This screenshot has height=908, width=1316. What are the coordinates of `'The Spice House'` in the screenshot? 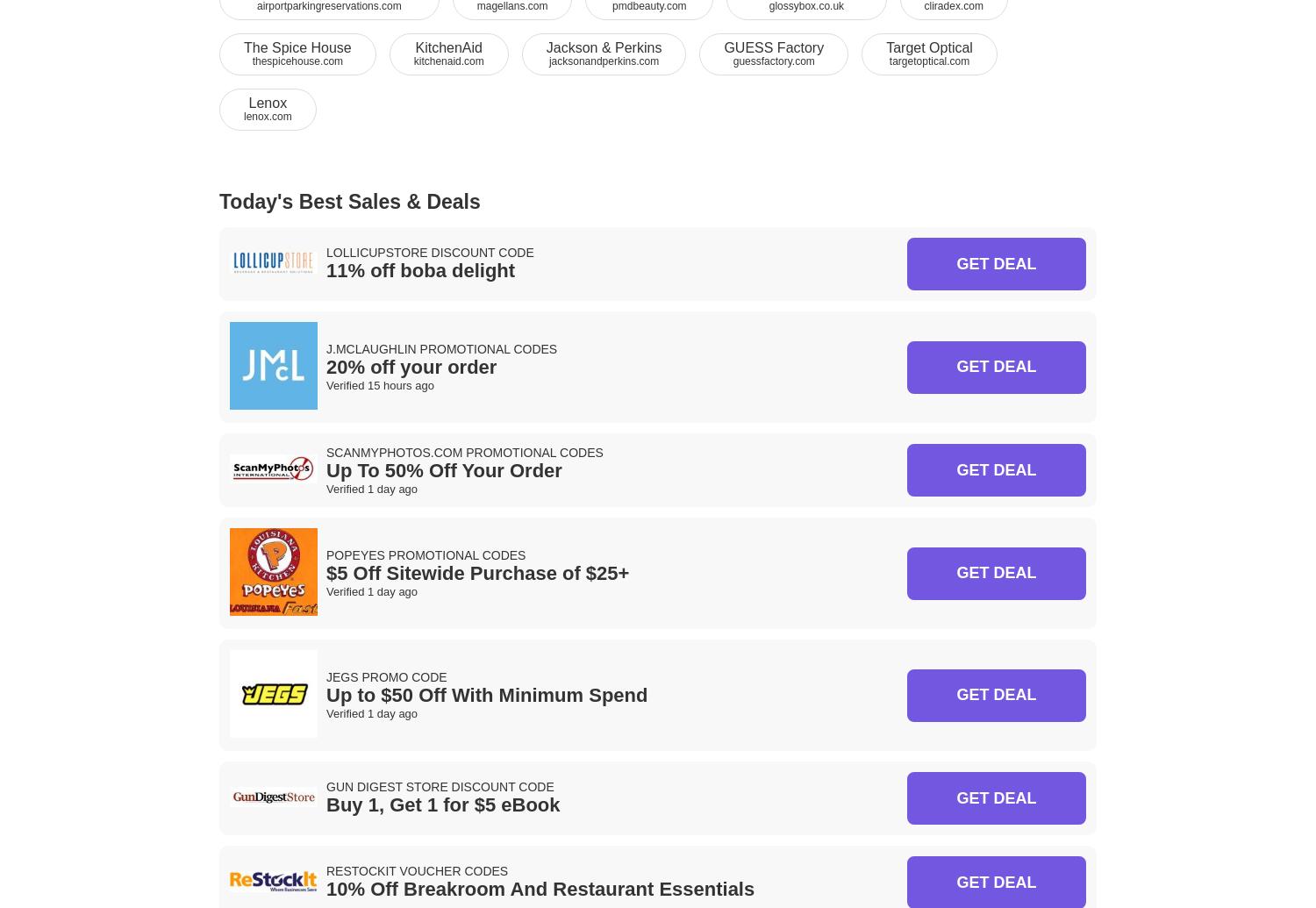 It's located at (297, 47).